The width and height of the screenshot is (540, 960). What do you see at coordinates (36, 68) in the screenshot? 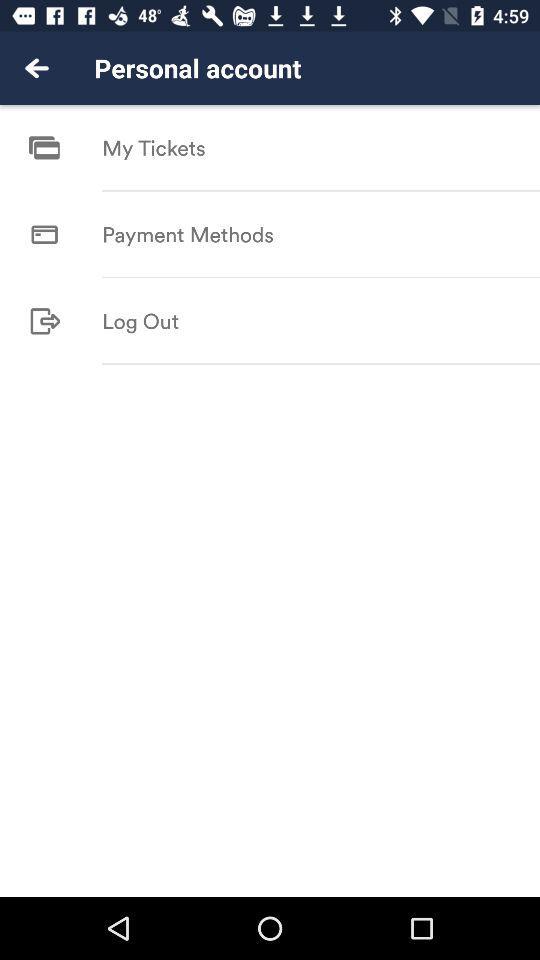
I see `item next to the personal account item` at bounding box center [36, 68].